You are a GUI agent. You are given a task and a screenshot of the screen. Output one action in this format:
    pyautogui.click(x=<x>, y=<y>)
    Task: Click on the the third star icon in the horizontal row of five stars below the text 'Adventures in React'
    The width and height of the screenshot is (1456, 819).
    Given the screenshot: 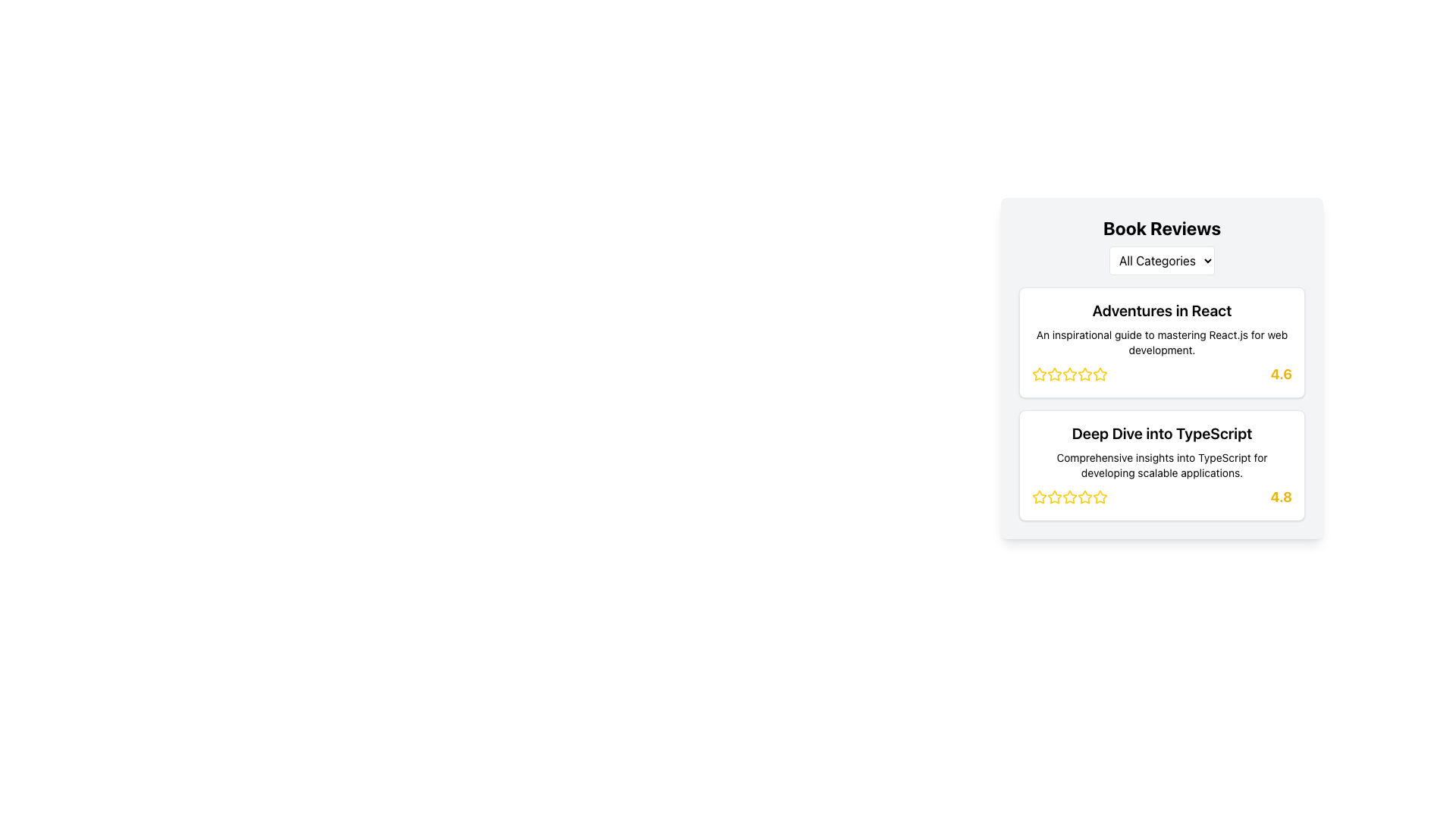 What is the action you would take?
    pyautogui.click(x=1054, y=374)
    